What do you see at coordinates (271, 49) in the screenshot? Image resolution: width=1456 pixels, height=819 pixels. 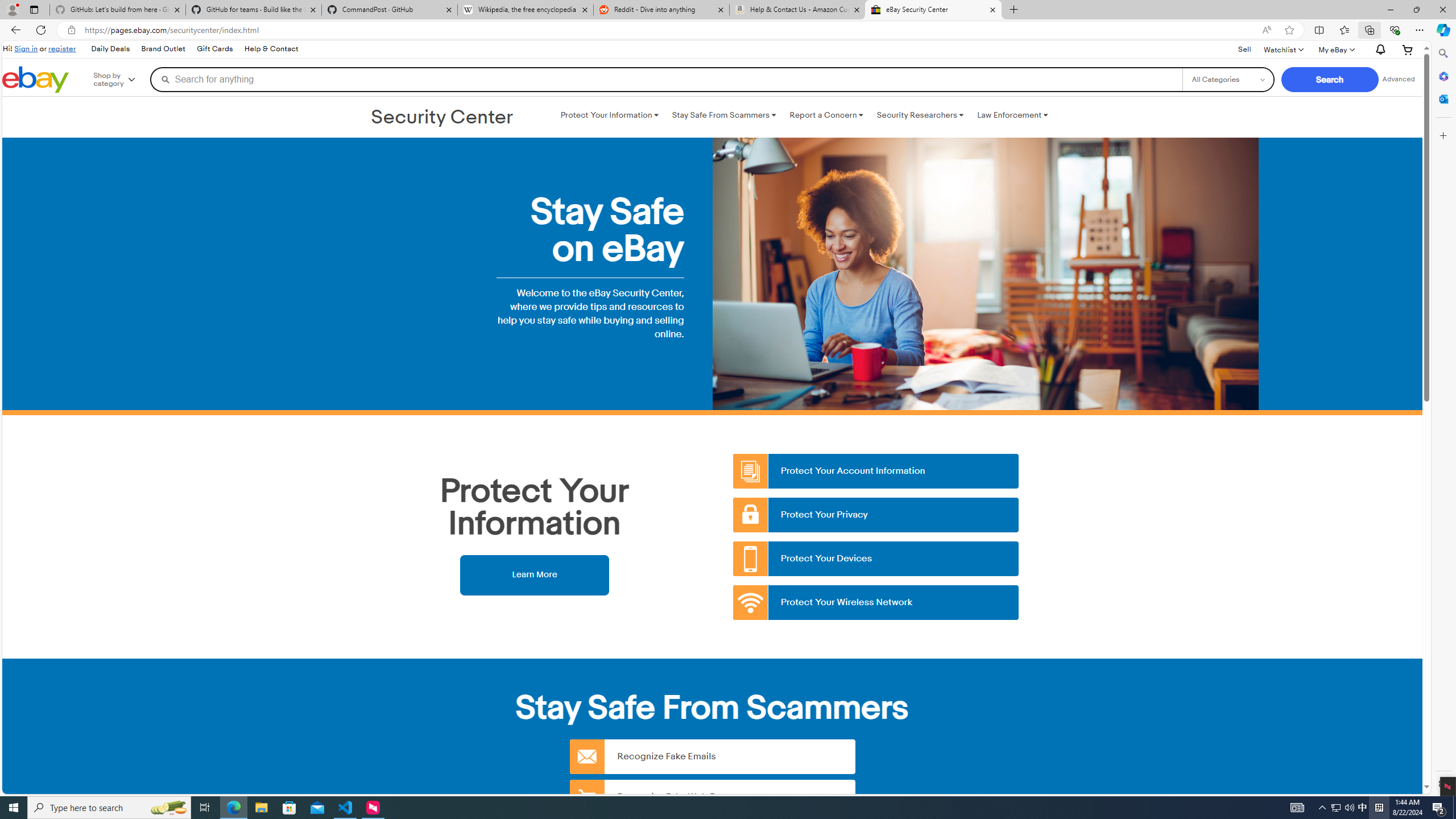 I see `'Help & Contact'` at bounding box center [271, 49].